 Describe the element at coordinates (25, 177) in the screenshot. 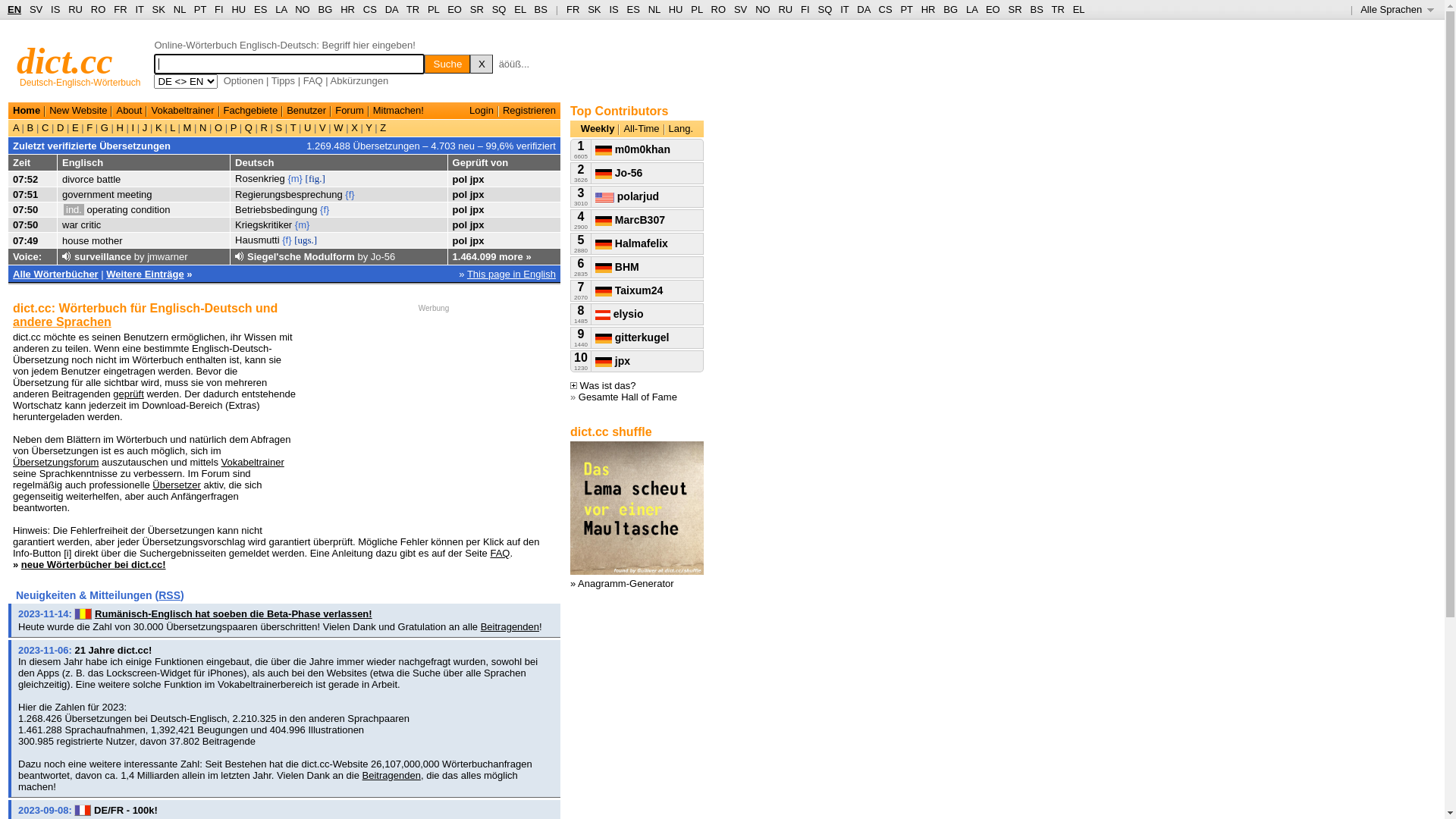

I see `'07:52'` at that location.